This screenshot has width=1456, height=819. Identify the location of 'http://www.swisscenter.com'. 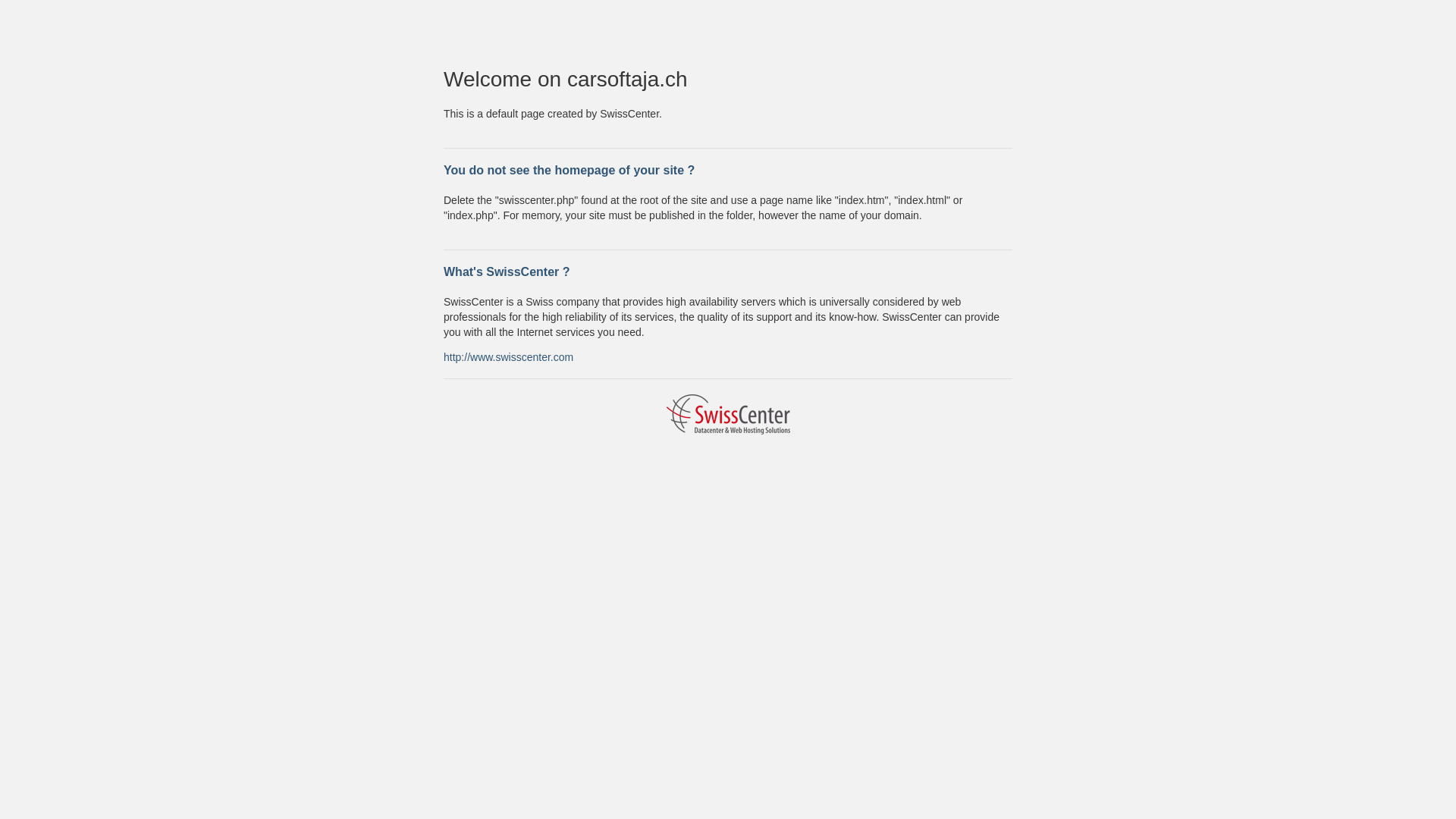
(443, 356).